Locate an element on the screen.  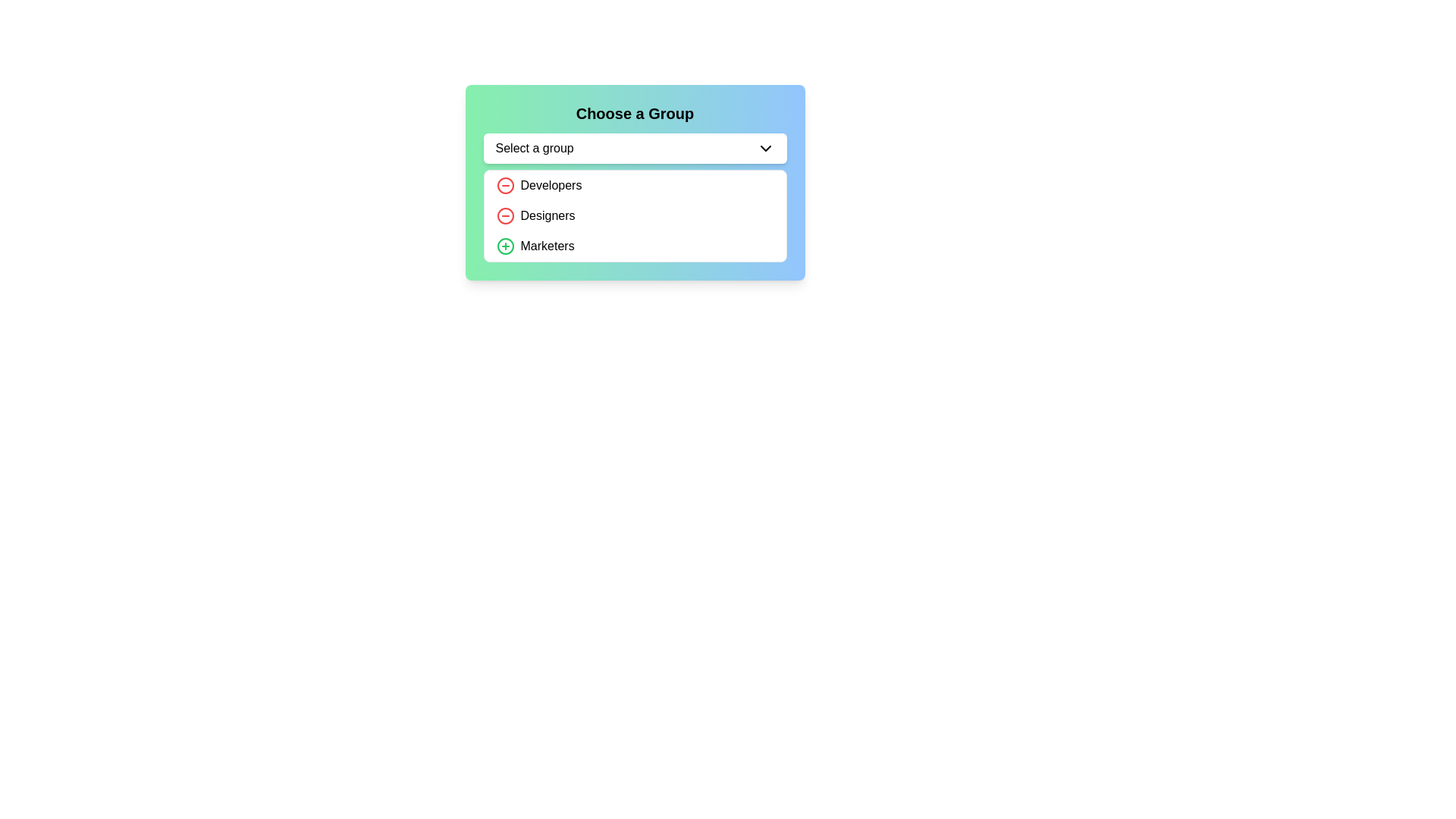
the circular outline SVG element that is part of the 'Add' icon located in the 'Marketers' row of the dropdown list under 'Choose a Group.' is located at coordinates (505, 245).